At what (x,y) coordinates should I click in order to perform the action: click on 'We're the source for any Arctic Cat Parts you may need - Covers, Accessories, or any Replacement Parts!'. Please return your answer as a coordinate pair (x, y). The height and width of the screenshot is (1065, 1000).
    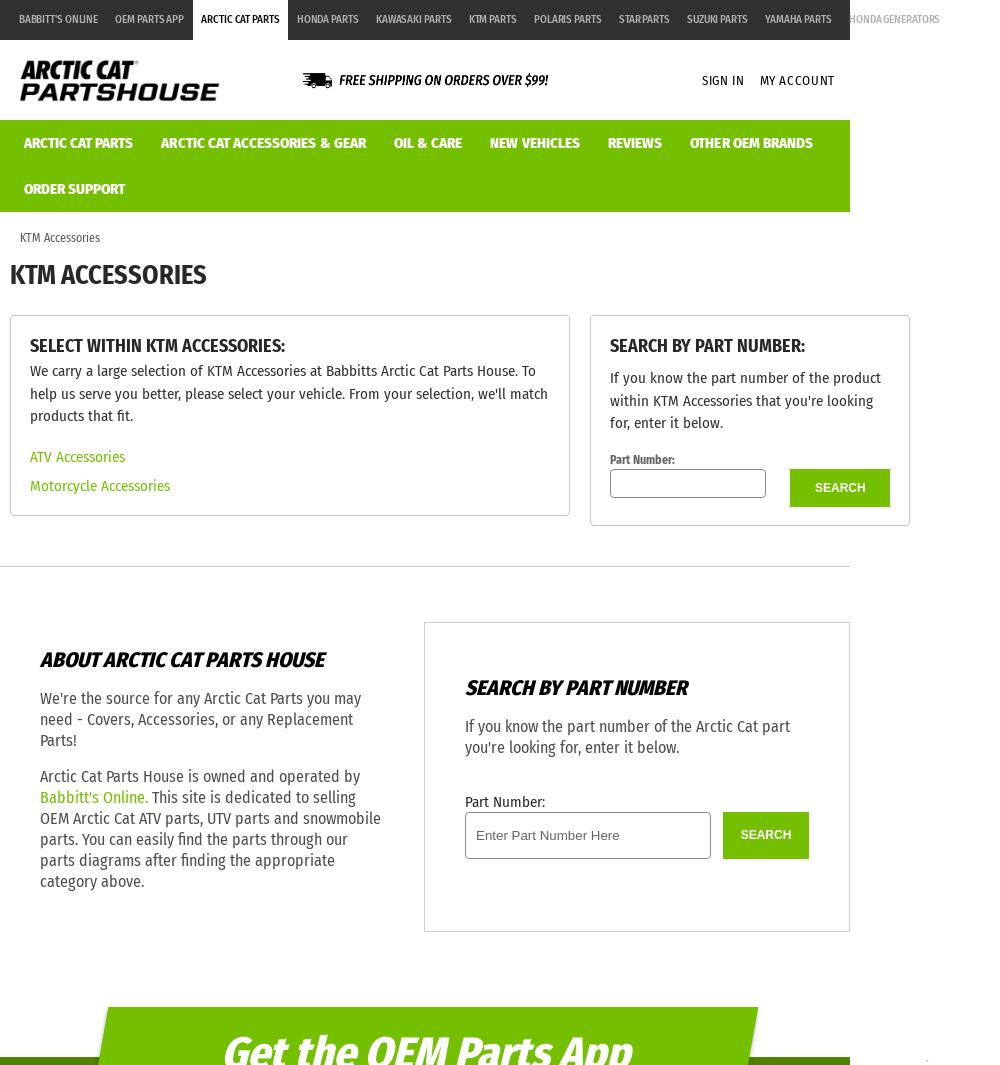
    Looking at the image, I should click on (40, 718).